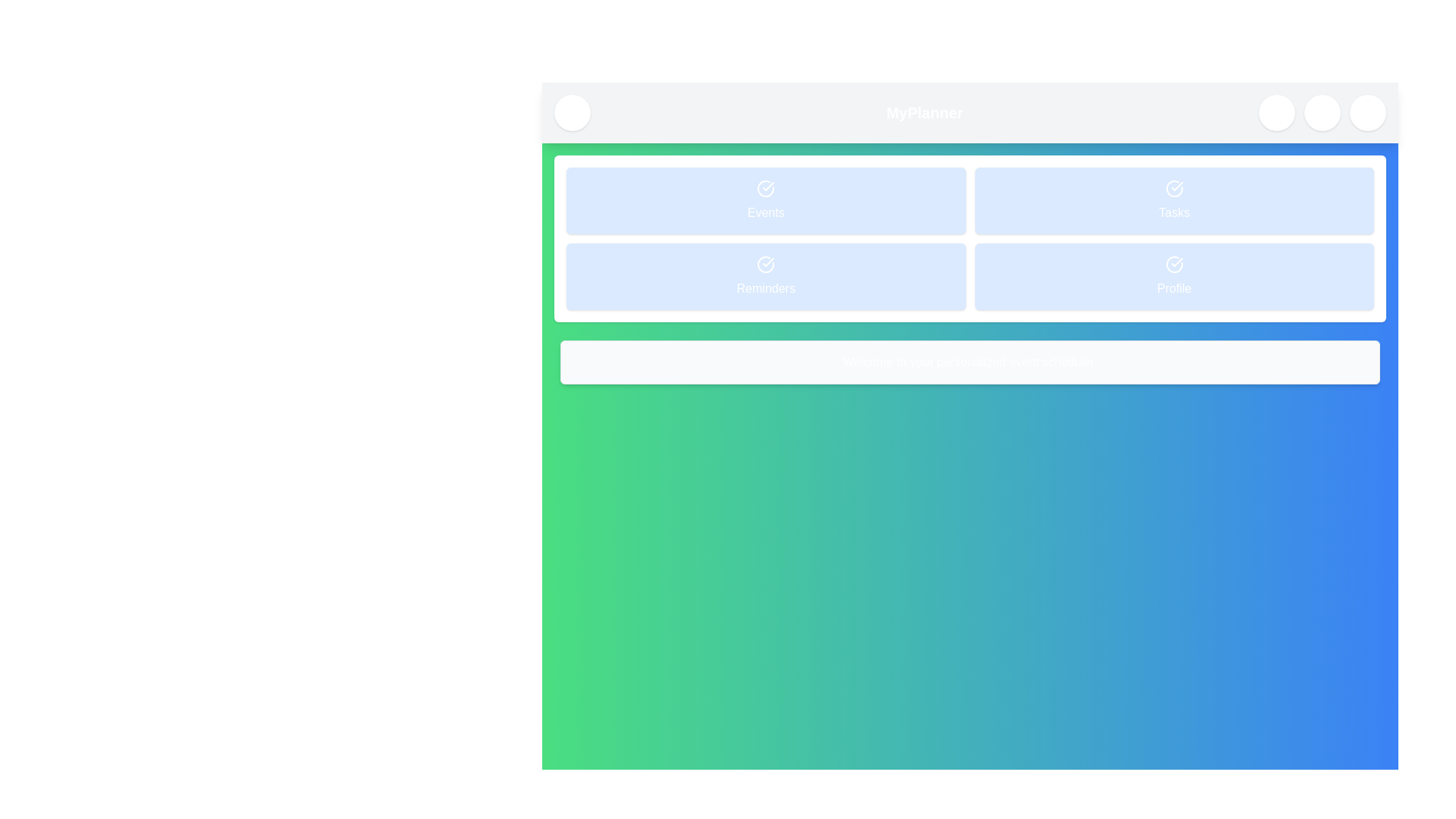 This screenshot has width=1456, height=819. What do you see at coordinates (1173, 277) in the screenshot?
I see `the 'Profile' button to open the Profile section` at bounding box center [1173, 277].